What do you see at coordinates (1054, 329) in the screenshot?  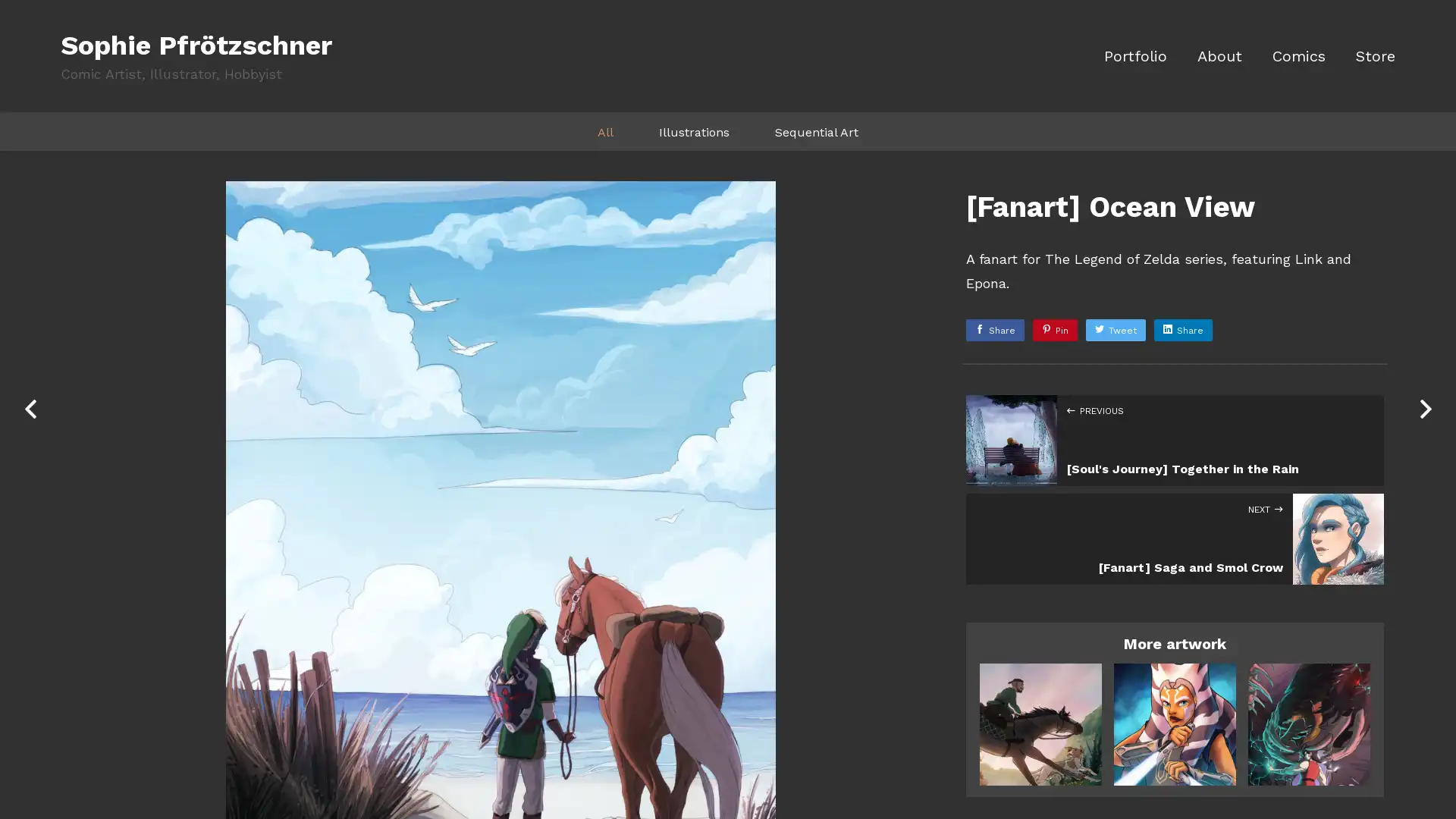 I see `Pin` at bounding box center [1054, 329].